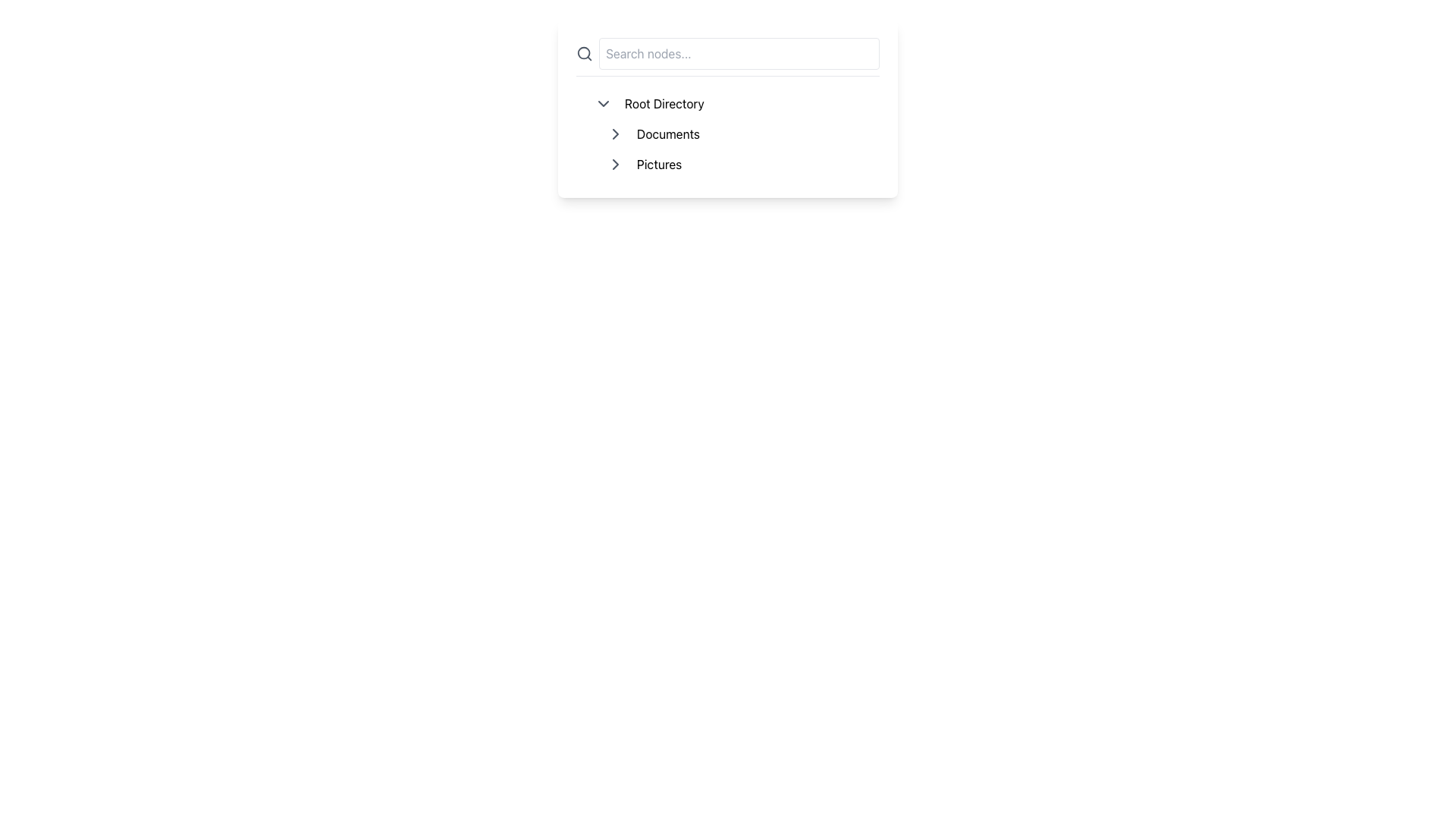 This screenshot has width=1456, height=819. Describe the element at coordinates (603, 103) in the screenshot. I see `the Chevron icon located to the left of the 'Root Directory' label` at that location.